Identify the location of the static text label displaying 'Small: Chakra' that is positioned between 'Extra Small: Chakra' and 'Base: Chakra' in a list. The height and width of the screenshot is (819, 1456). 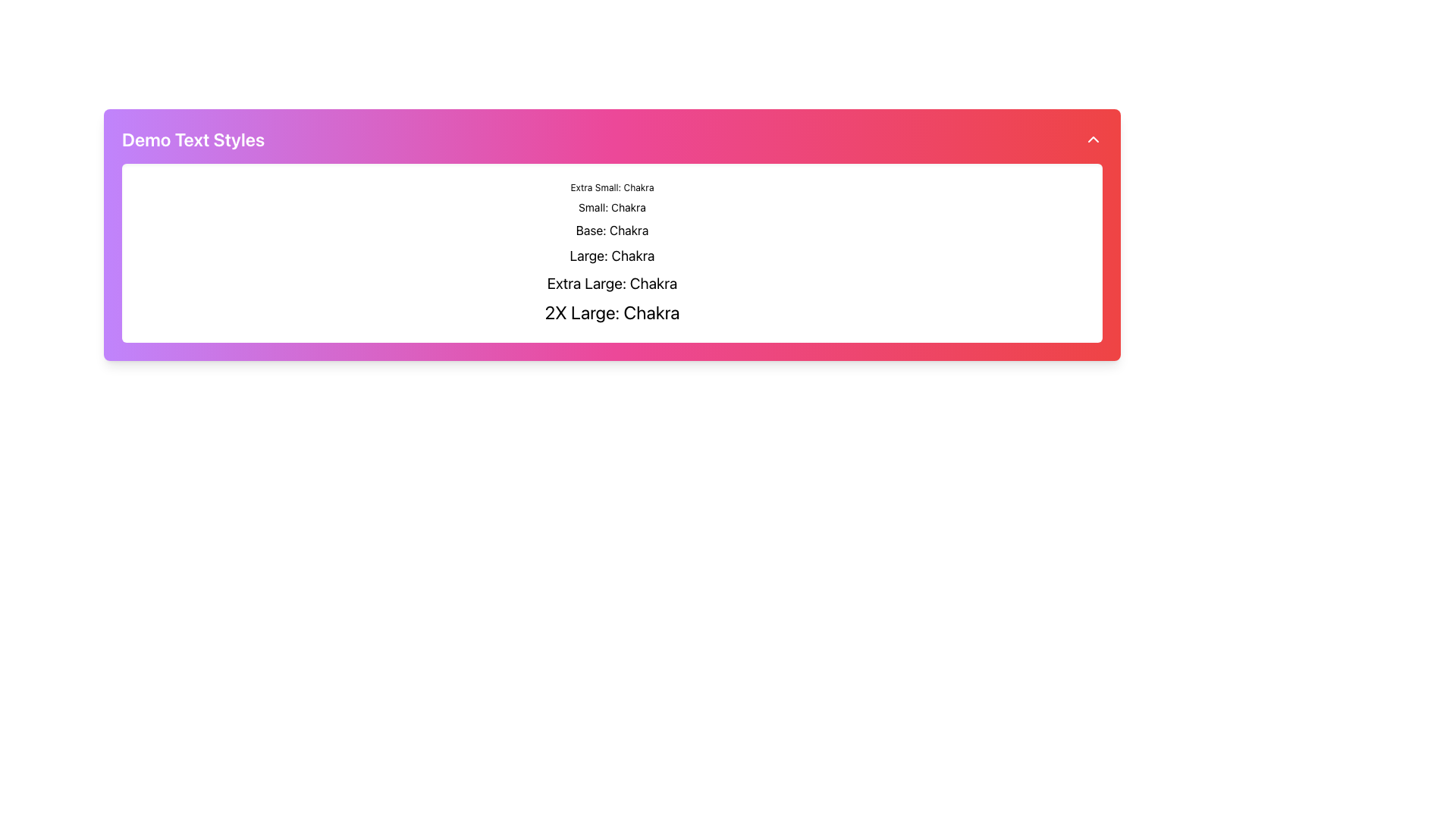
(612, 207).